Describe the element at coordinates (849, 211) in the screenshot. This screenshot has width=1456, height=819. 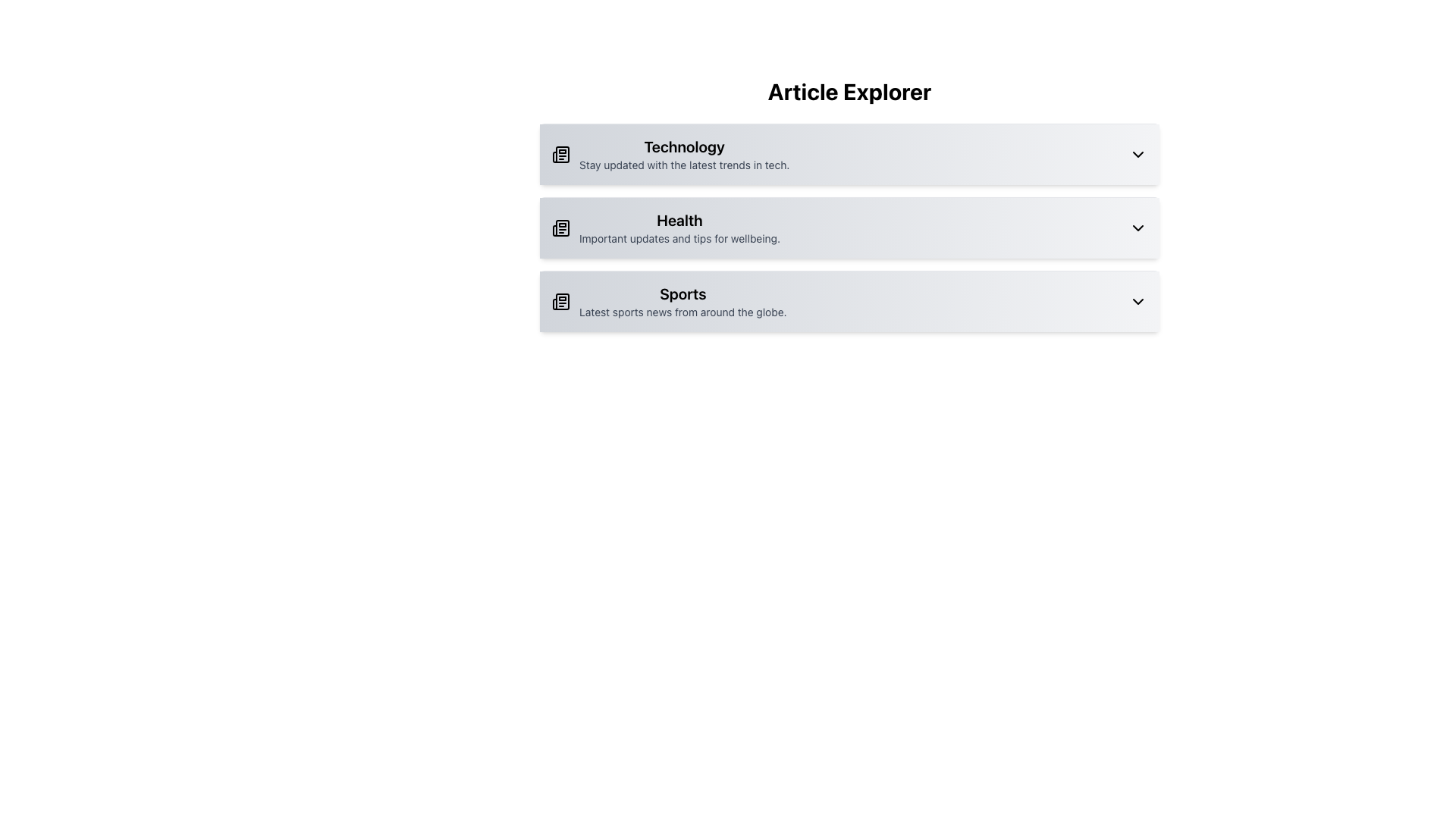
I see `the Expandable List Item labeled 'Health' for accessibility navigation` at that location.